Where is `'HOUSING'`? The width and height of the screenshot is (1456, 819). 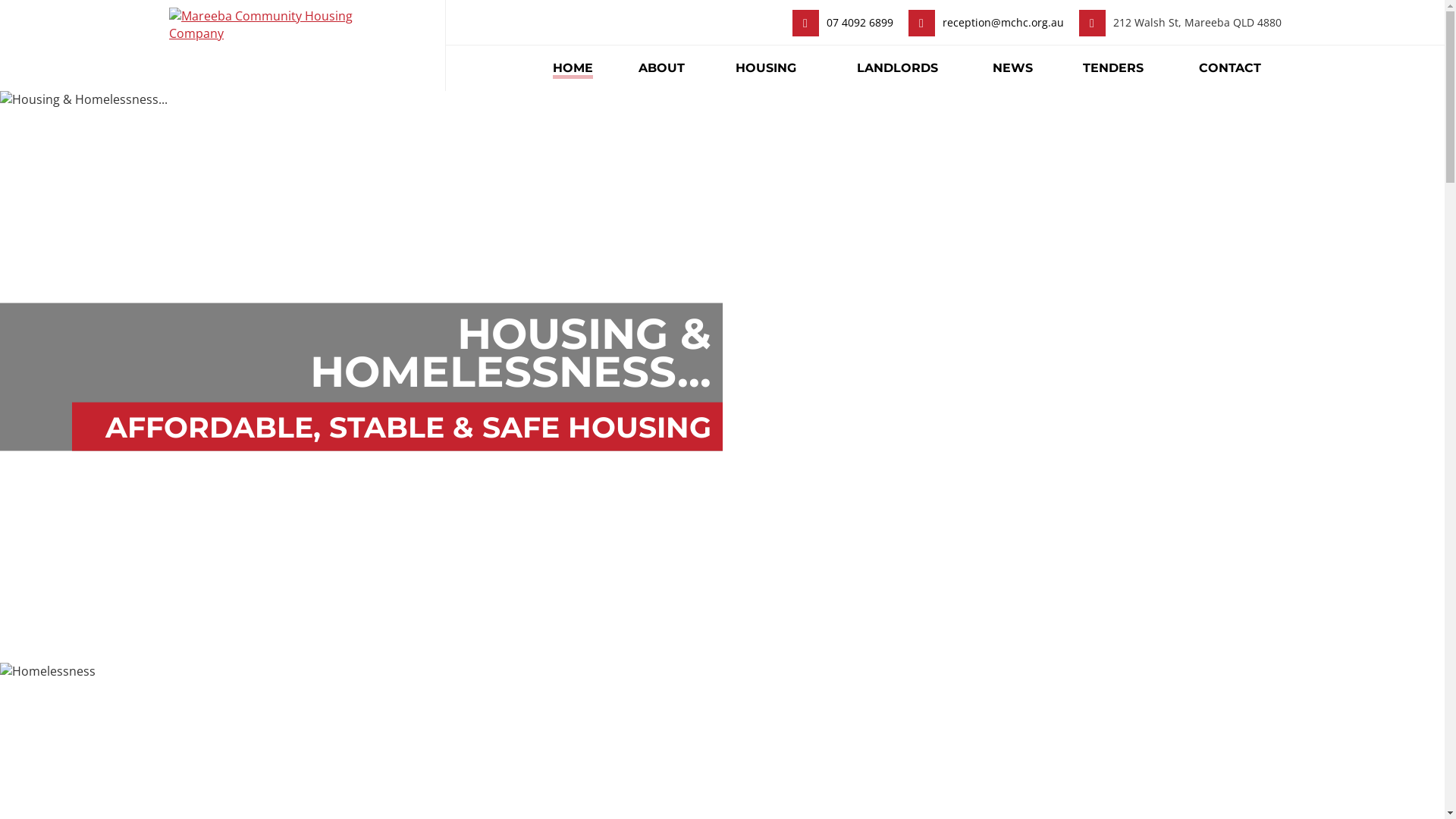
'HOUSING' is located at coordinates (765, 67).